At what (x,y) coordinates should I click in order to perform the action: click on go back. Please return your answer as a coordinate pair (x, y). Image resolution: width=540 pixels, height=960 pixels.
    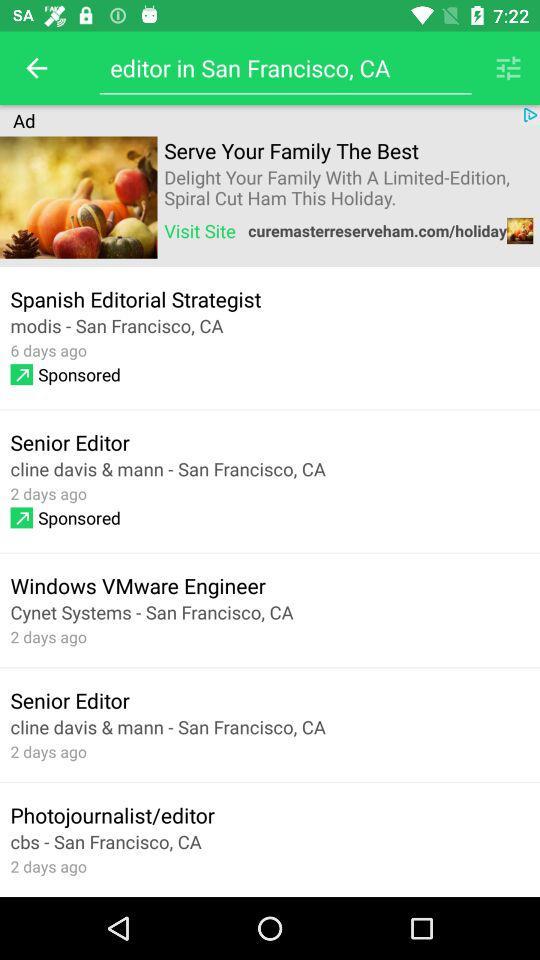
    Looking at the image, I should click on (36, 68).